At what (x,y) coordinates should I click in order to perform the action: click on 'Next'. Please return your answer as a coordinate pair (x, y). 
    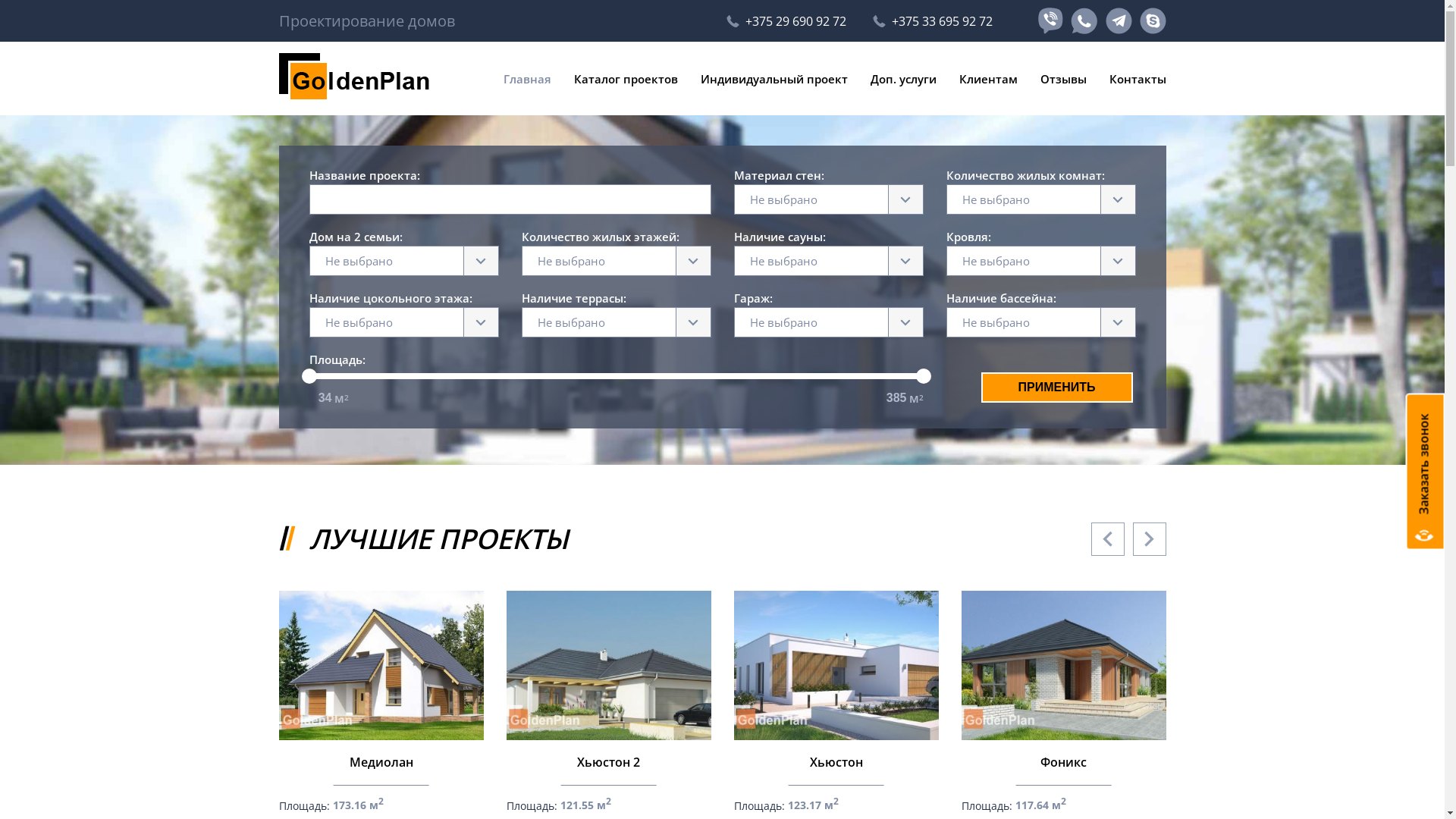
    Looking at the image, I should click on (1132, 537).